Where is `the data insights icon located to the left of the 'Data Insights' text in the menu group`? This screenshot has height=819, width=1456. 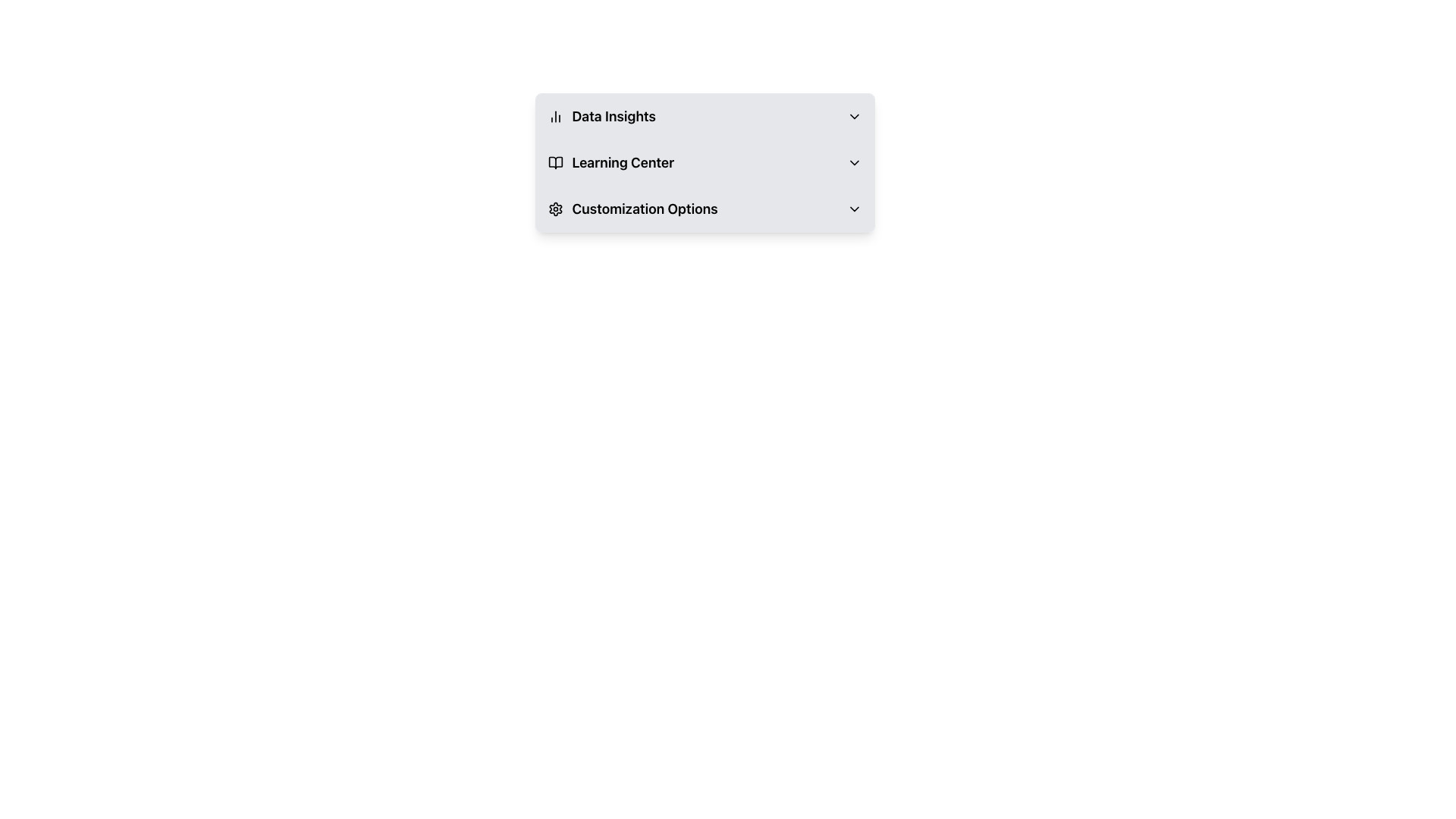 the data insights icon located to the left of the 'Data Insights' text in the menu group is located at coordinates (554, 116).